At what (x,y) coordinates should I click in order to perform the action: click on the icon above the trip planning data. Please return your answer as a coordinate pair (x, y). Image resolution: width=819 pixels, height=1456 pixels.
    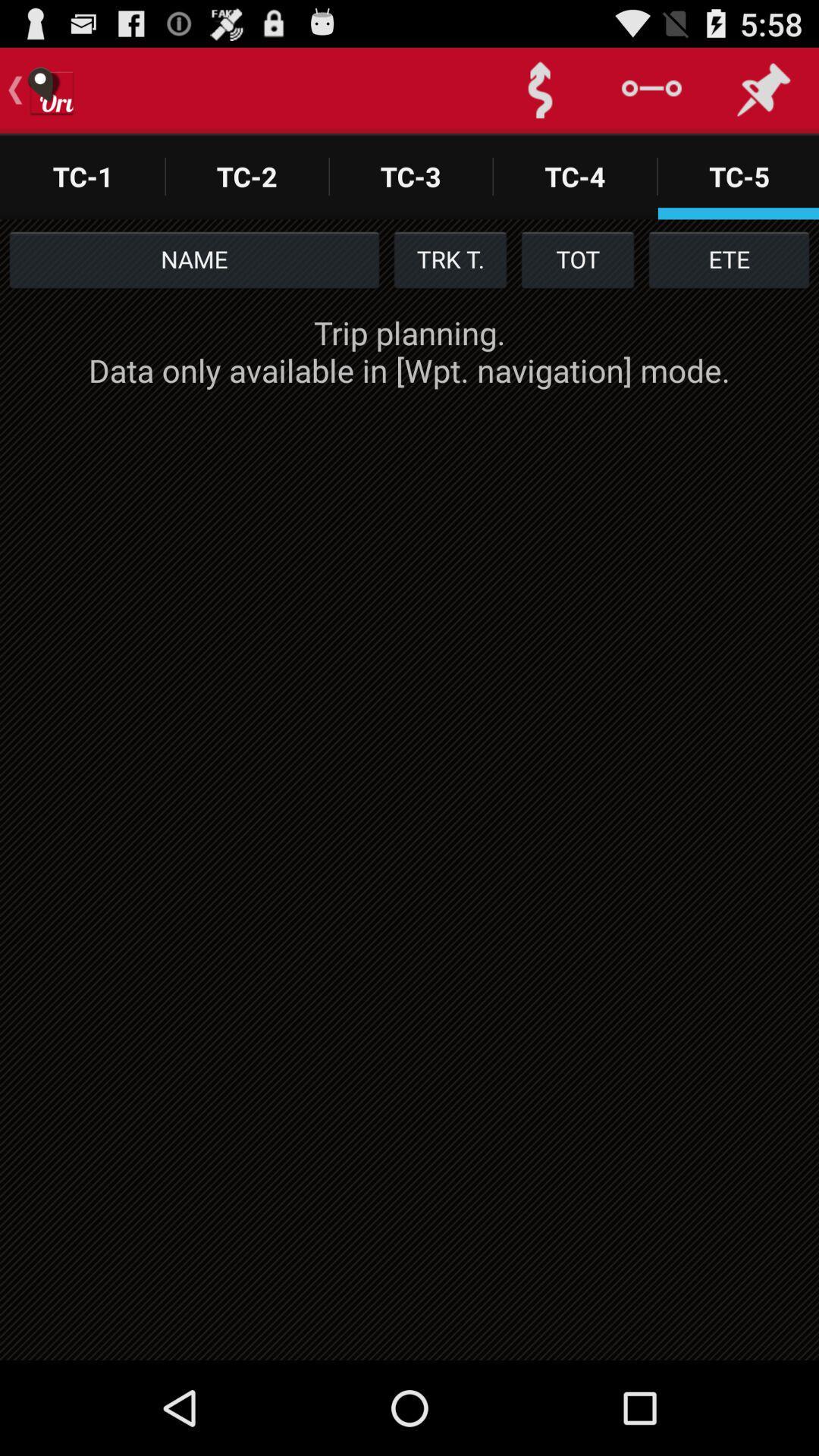
    Looking at the image, I should click on (578, 259).